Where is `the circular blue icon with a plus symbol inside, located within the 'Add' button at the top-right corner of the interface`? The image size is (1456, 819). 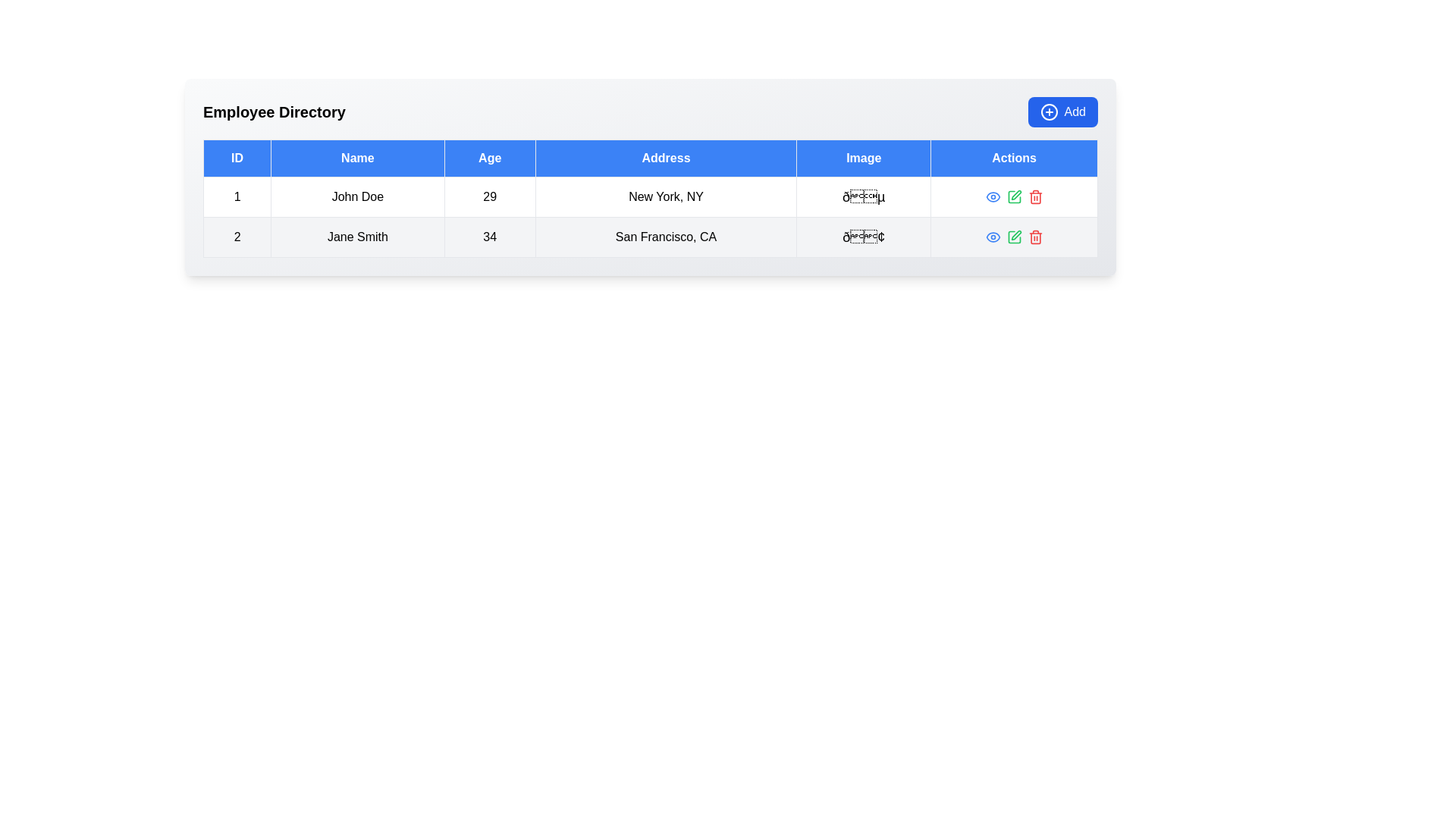 the circular blue icon with a plus symbol inside, located within the 'Add' button at the top-right corner of the interface is located at coordinates (1048, 111).